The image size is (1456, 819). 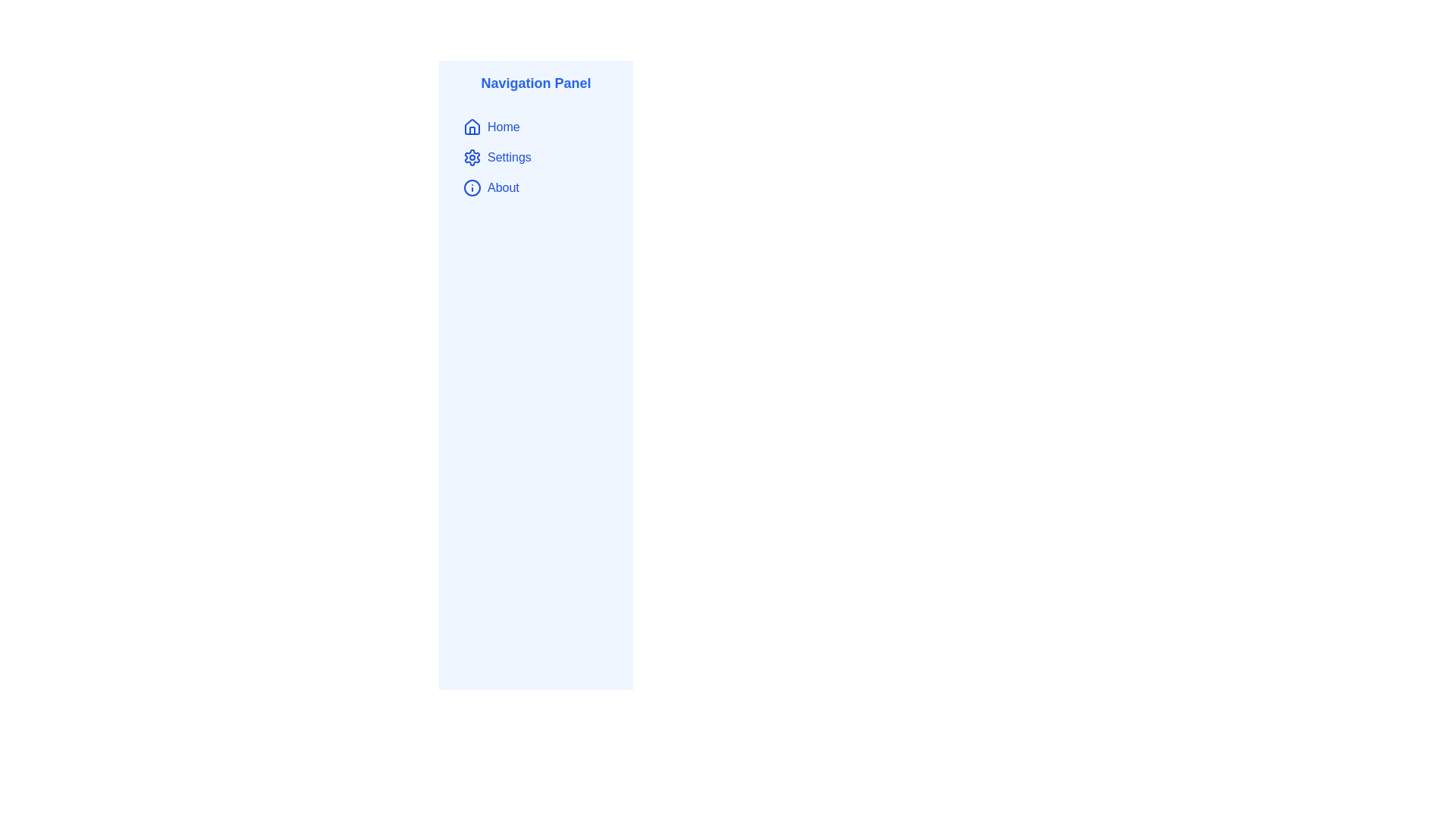 I want to click on the Text Label located at the top of the sidebar navigation menu that describes the purpose of the sidebar, so click(x=535, y=83).